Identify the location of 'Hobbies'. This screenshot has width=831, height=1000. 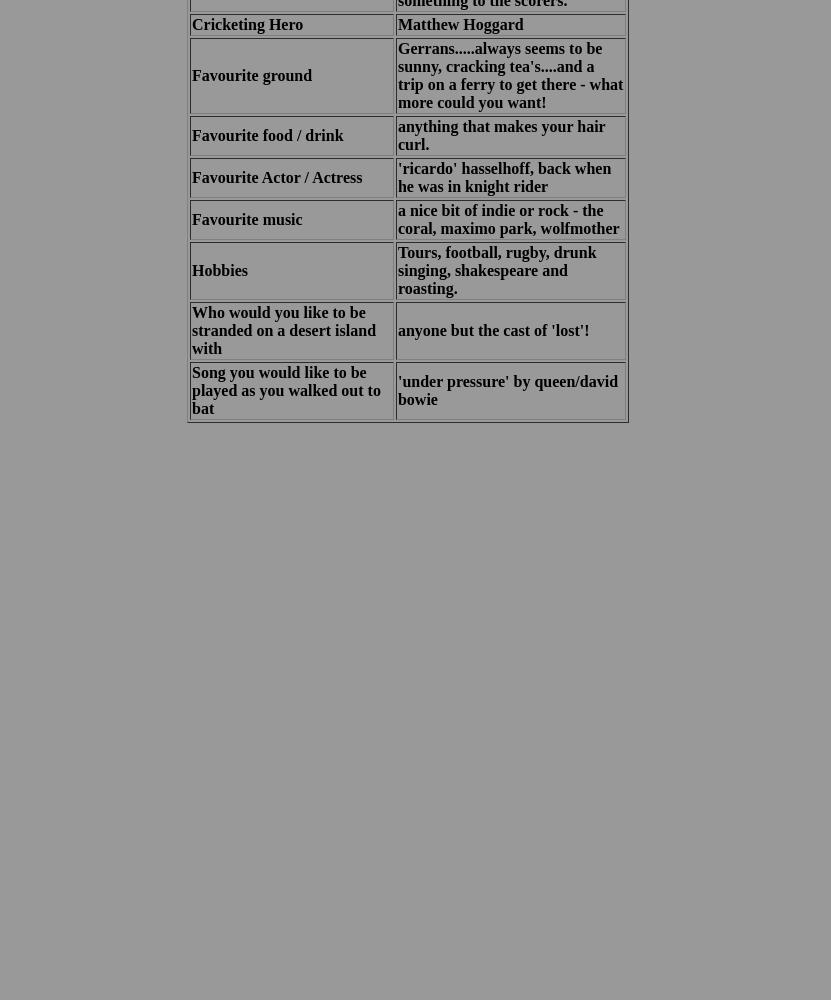
(219, 270).